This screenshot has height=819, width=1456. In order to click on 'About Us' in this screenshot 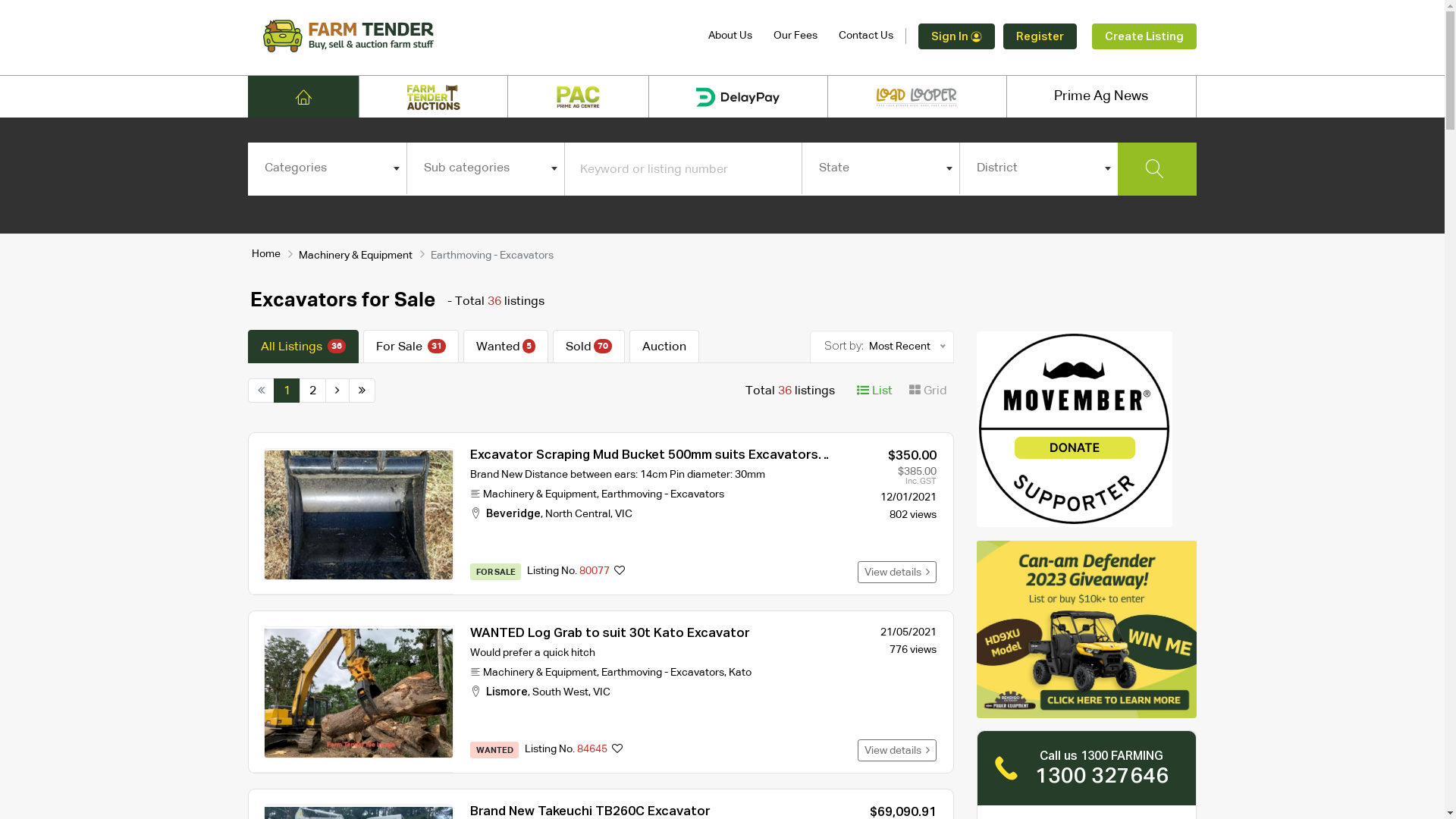, I will do `click(730, 34)`.